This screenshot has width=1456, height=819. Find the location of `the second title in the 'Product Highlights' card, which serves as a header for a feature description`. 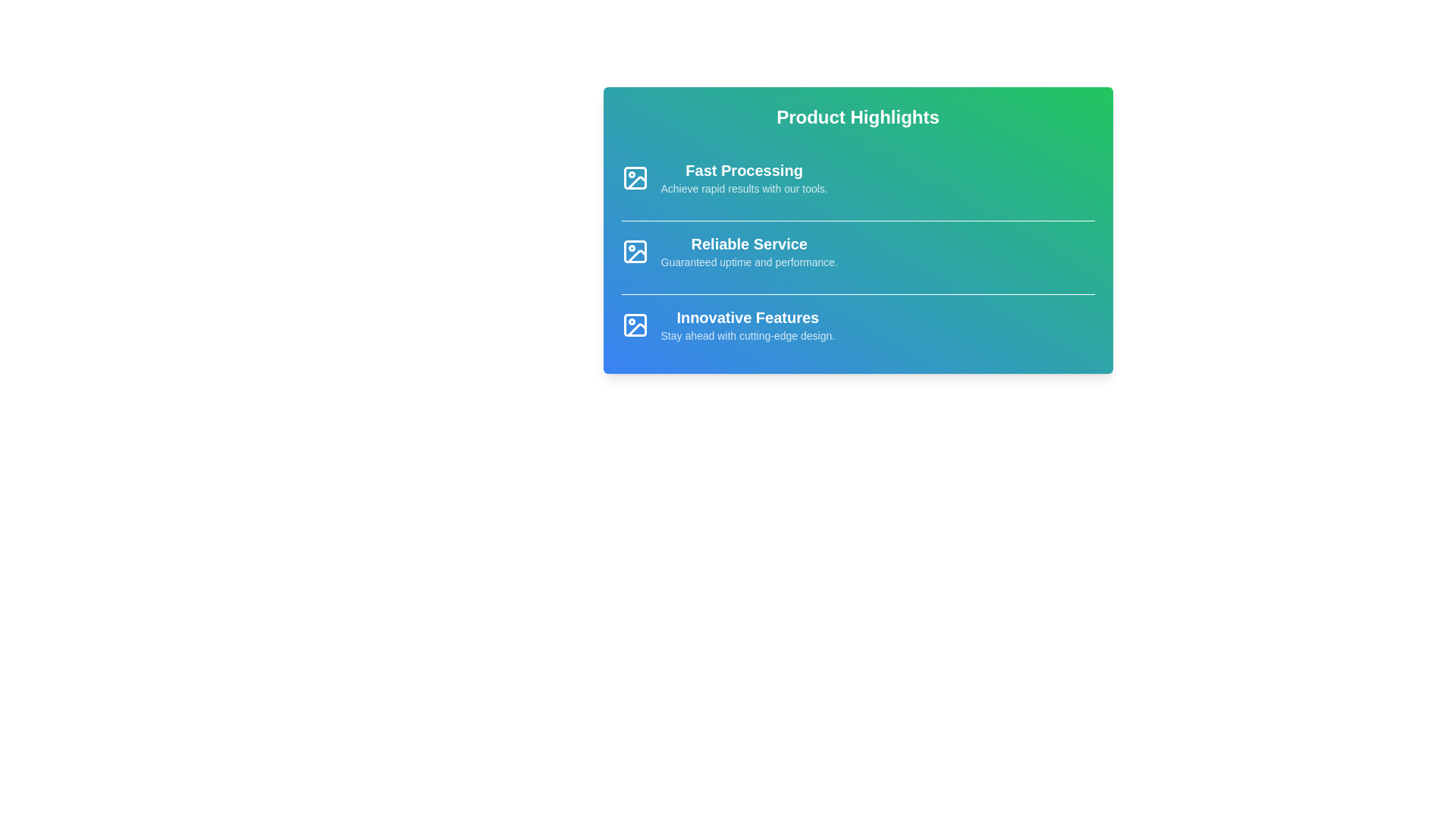

the second title in the 'Product Highlights' card, which serves as a header for a feature description is located at coordinates (749, 243).